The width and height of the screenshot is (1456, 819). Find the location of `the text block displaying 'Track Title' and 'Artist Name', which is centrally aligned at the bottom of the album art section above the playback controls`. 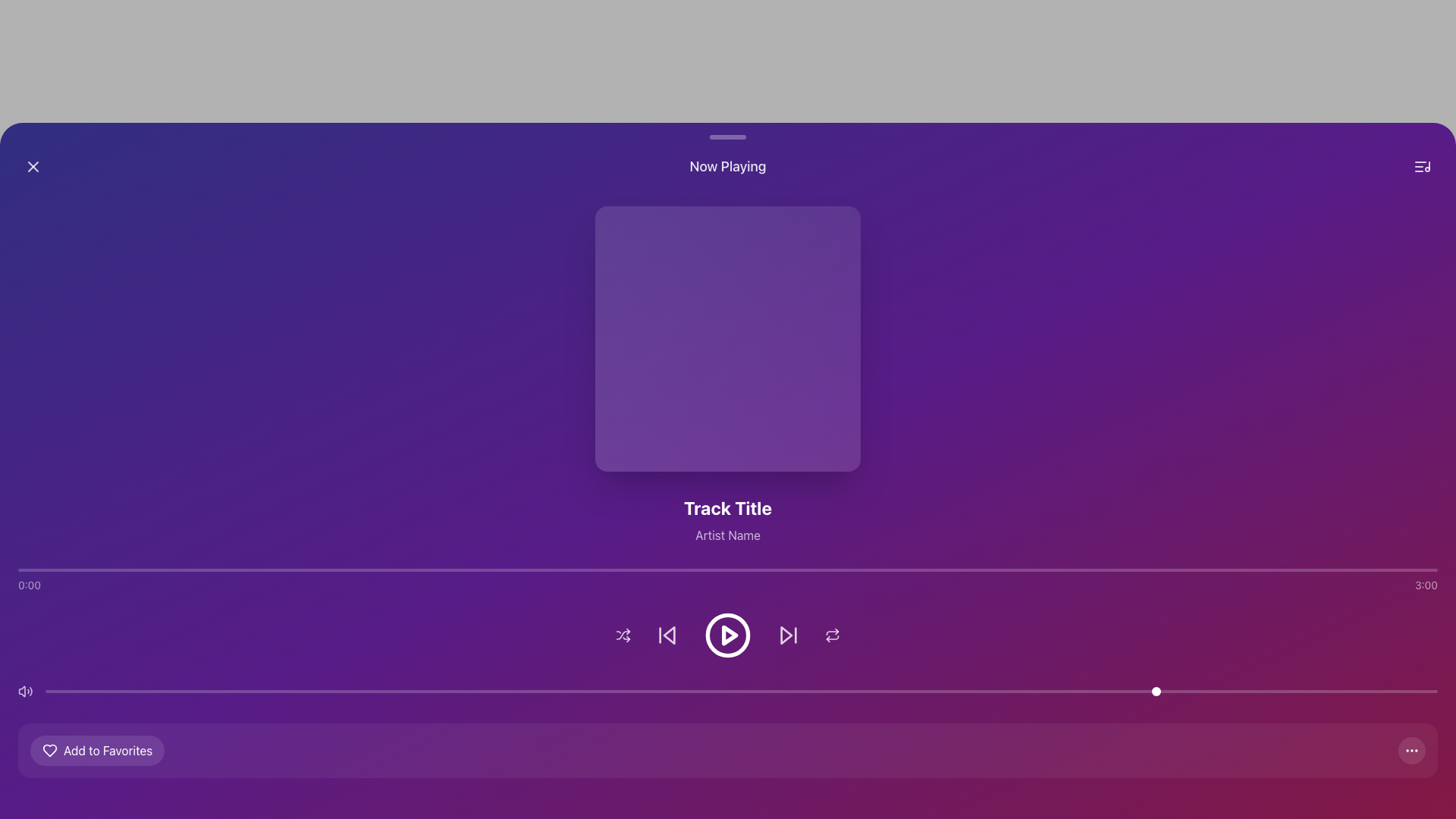

the text block displaying 'Track Title' and 'Artist Name', which is centrally aligned at the bottom of the album art section above the playback controls is located at coordinates (728, 519).